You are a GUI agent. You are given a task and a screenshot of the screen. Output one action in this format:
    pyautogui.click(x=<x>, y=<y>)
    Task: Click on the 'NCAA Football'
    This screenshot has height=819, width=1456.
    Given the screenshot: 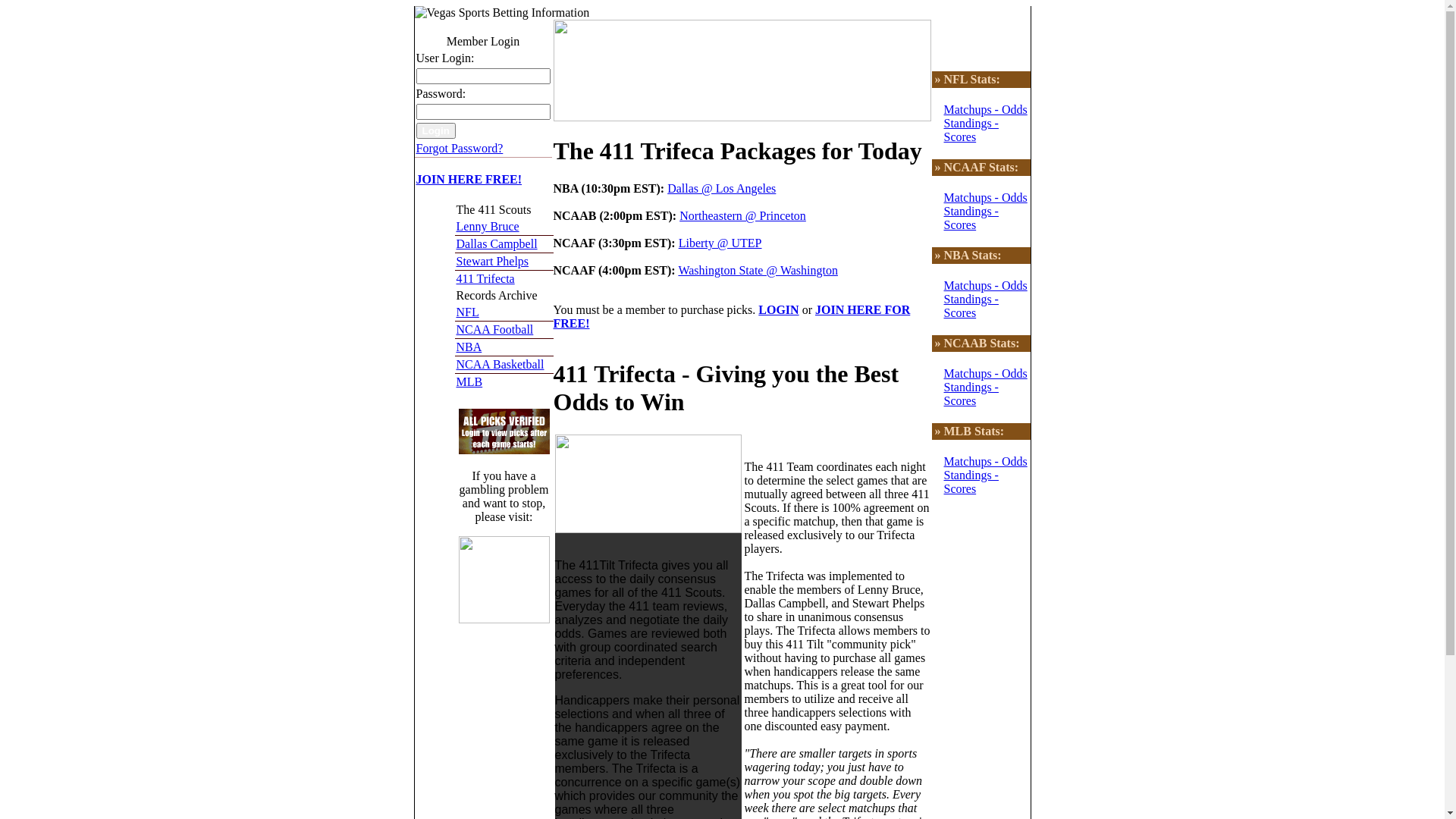 What is the action you would take?
    pyautogui.click(x=494, y=328)
    